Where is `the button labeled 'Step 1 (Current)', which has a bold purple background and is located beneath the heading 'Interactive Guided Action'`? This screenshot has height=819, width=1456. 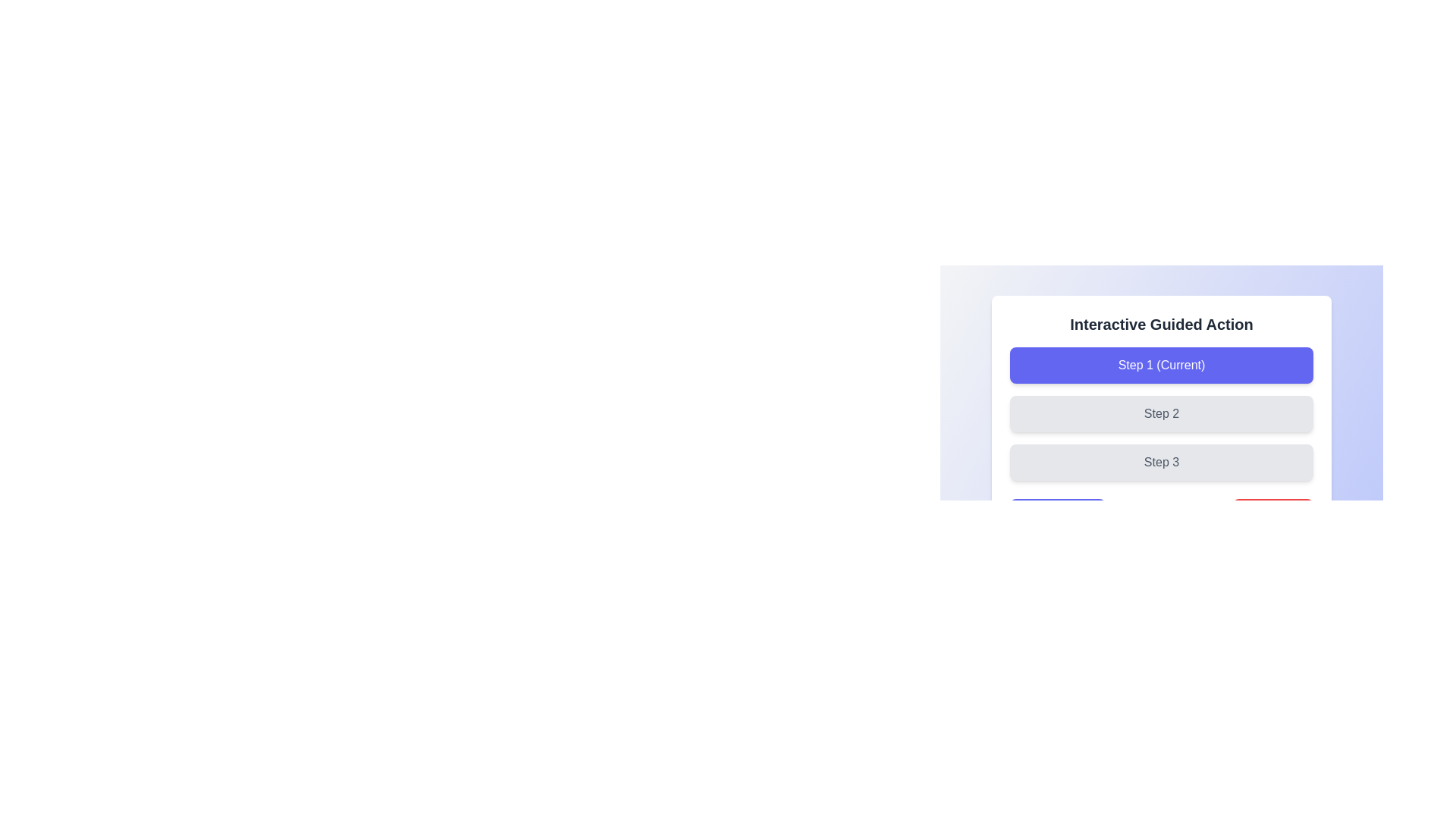 the button labeled 'Step 1 (Current)', which has a bold purple background and is located beneath the heading 'Interactive Guided Action' is located at coordinates (1160, 374).